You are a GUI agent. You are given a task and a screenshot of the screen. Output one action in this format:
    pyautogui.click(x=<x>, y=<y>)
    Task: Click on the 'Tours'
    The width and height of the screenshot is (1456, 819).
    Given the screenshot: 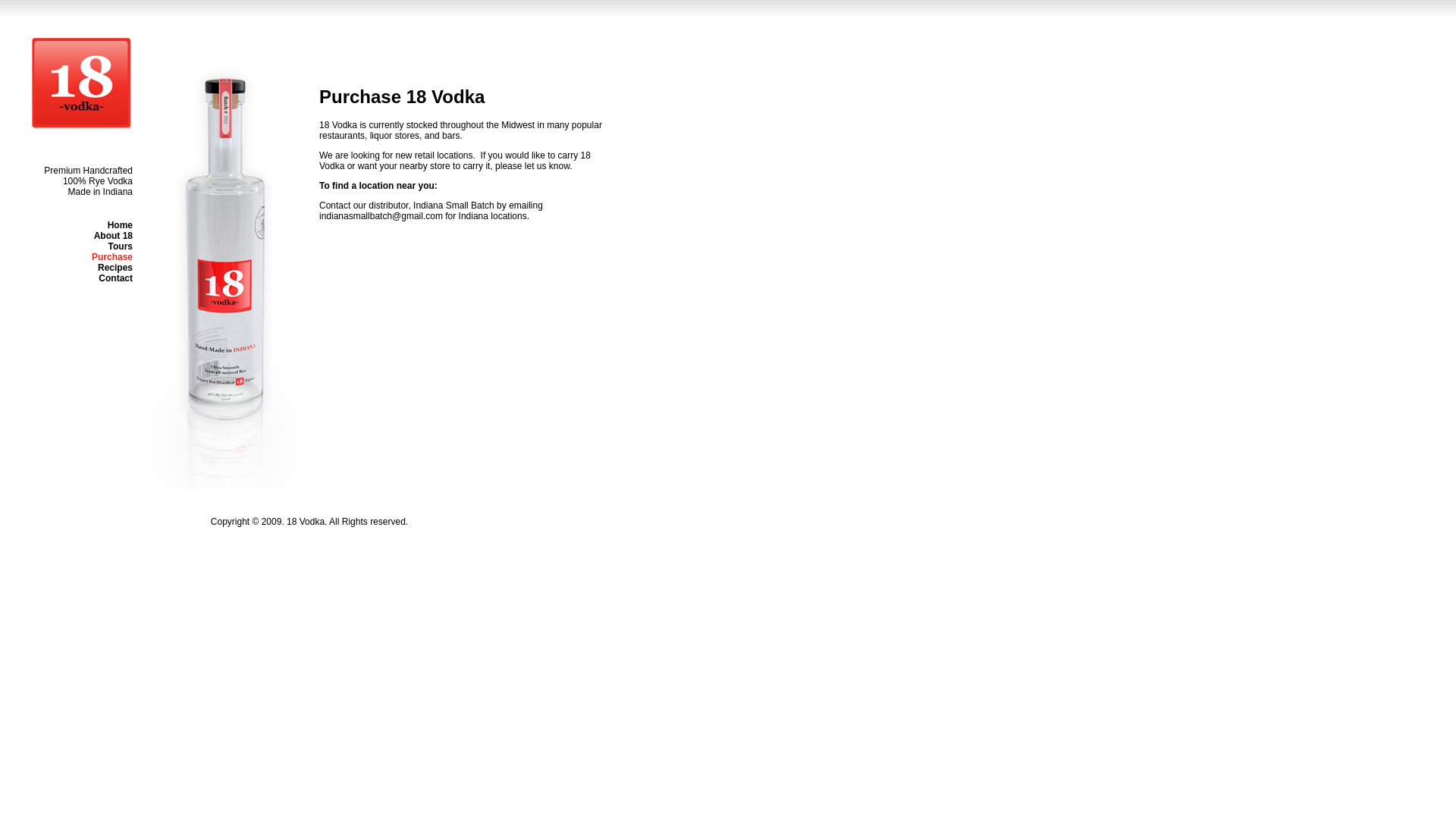 What is the action you would take?
    pyautogui.click(x=108, y=245)
    